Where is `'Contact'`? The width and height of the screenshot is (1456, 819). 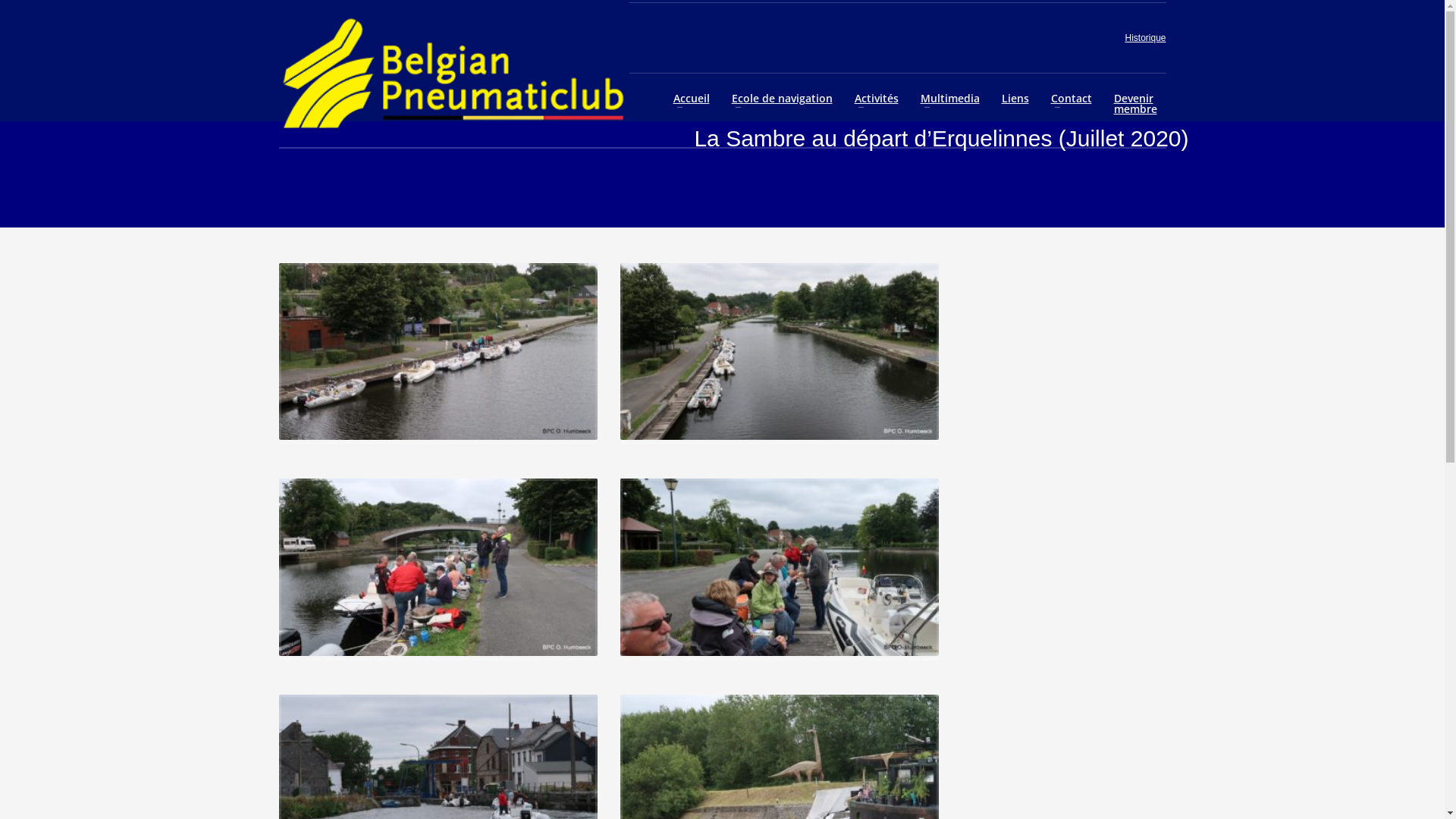
'Contact' is located at coordinates (1070, 99).